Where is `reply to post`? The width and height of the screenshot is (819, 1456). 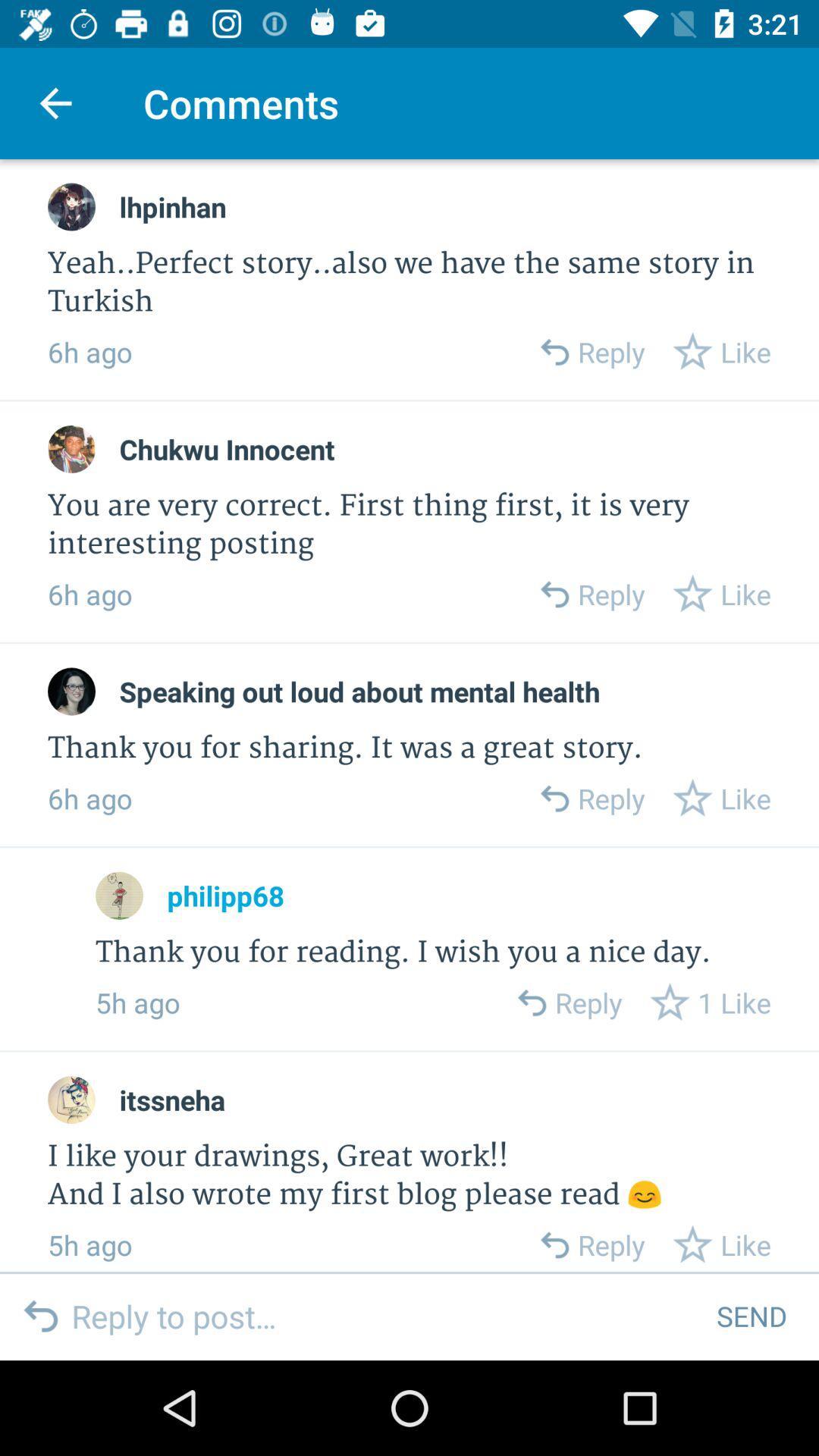
reply to post is located at coordinates (381, 1315).